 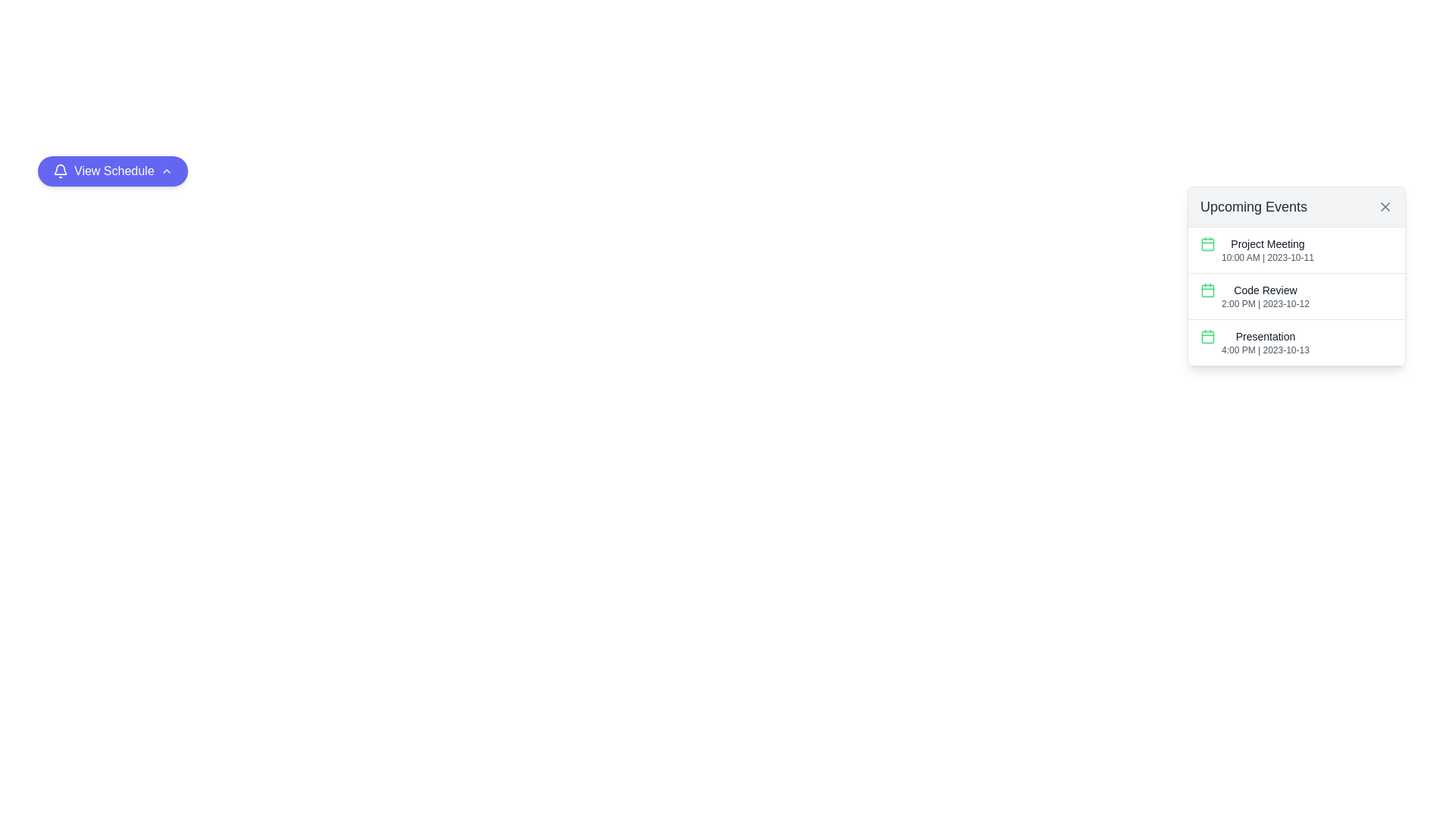 I want to click on the rounded purple button labeled 'View Schedule' with a bell icon and a chevron icon, so click(x=111, y=171).